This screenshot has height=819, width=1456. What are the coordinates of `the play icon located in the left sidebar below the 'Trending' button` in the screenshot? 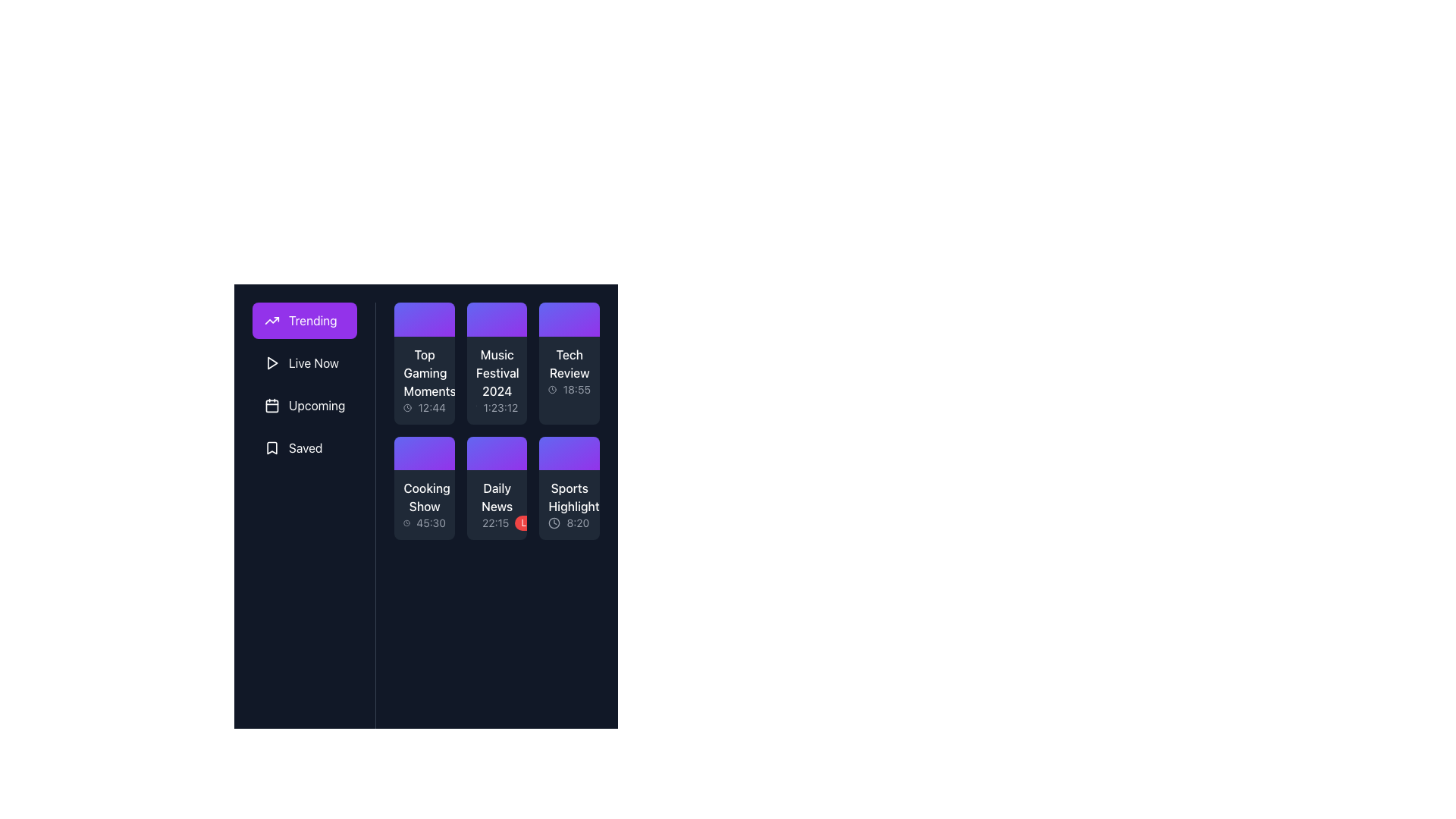 It's located at (272, 362).